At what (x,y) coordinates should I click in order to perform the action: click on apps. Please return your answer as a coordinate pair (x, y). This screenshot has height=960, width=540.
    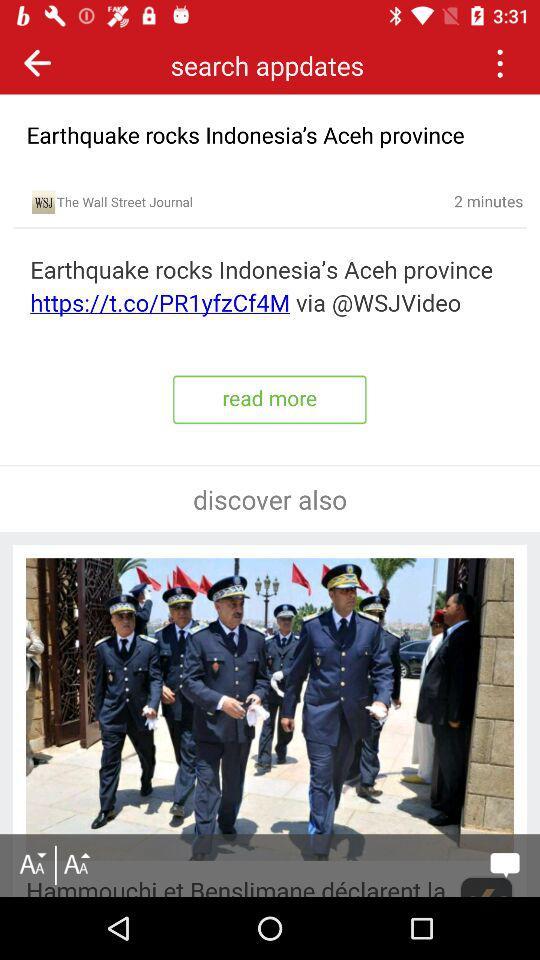
    Looking at the image, I should click on (498, 62).